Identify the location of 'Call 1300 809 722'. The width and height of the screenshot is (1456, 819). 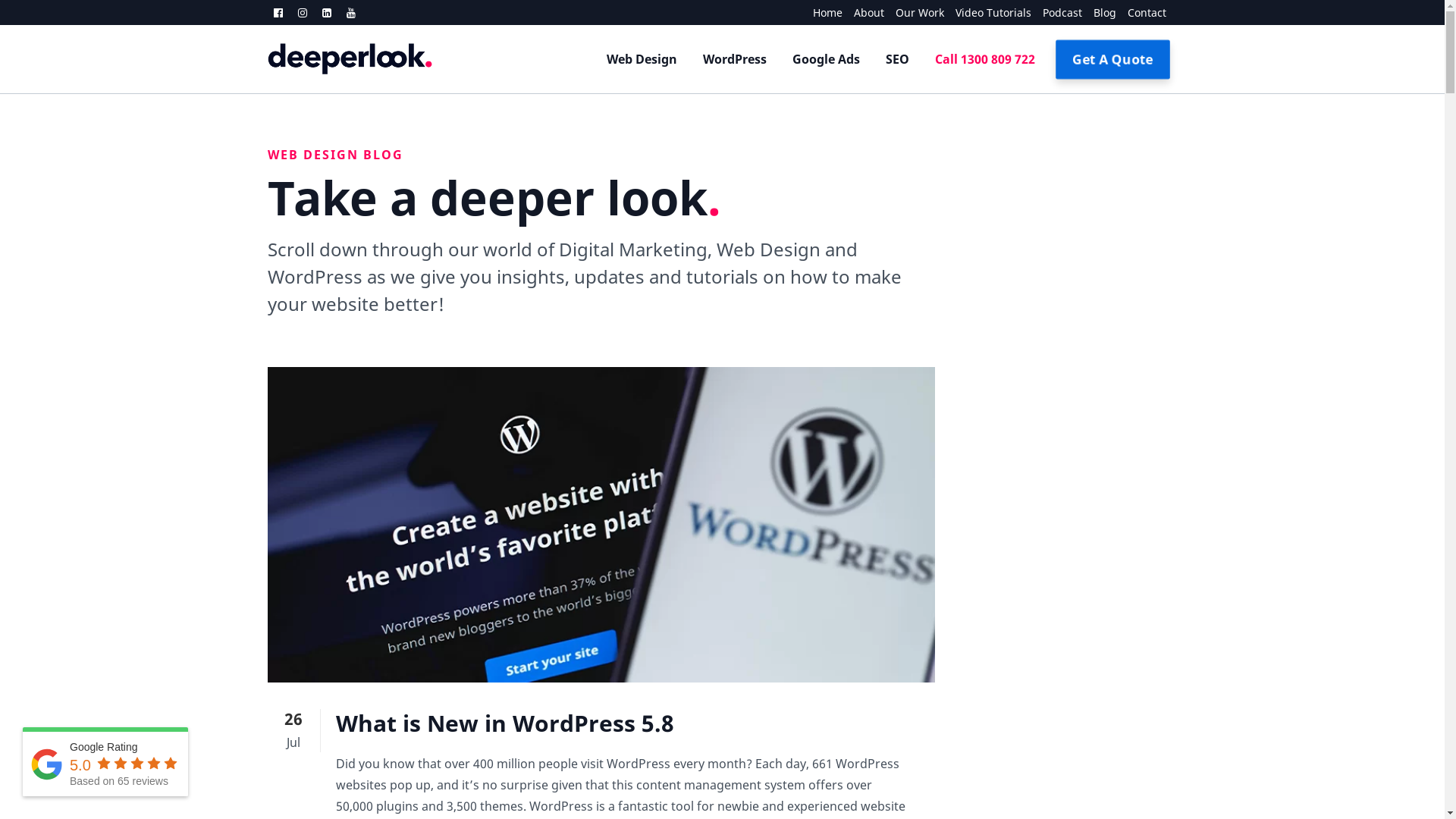
(921, 58).